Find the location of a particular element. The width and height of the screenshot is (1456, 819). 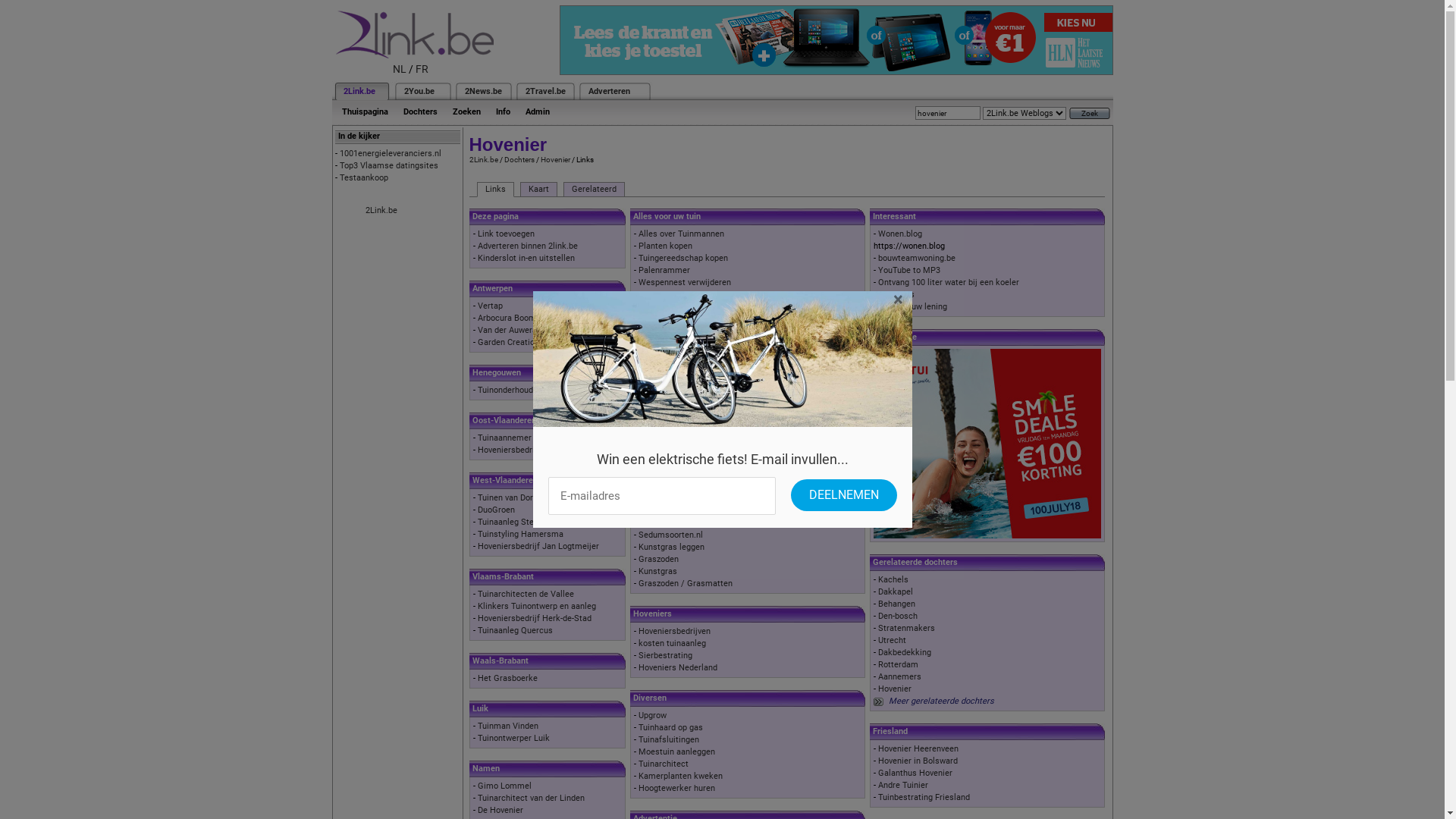

'Rotterdam' is located at coordinates (898, 664).